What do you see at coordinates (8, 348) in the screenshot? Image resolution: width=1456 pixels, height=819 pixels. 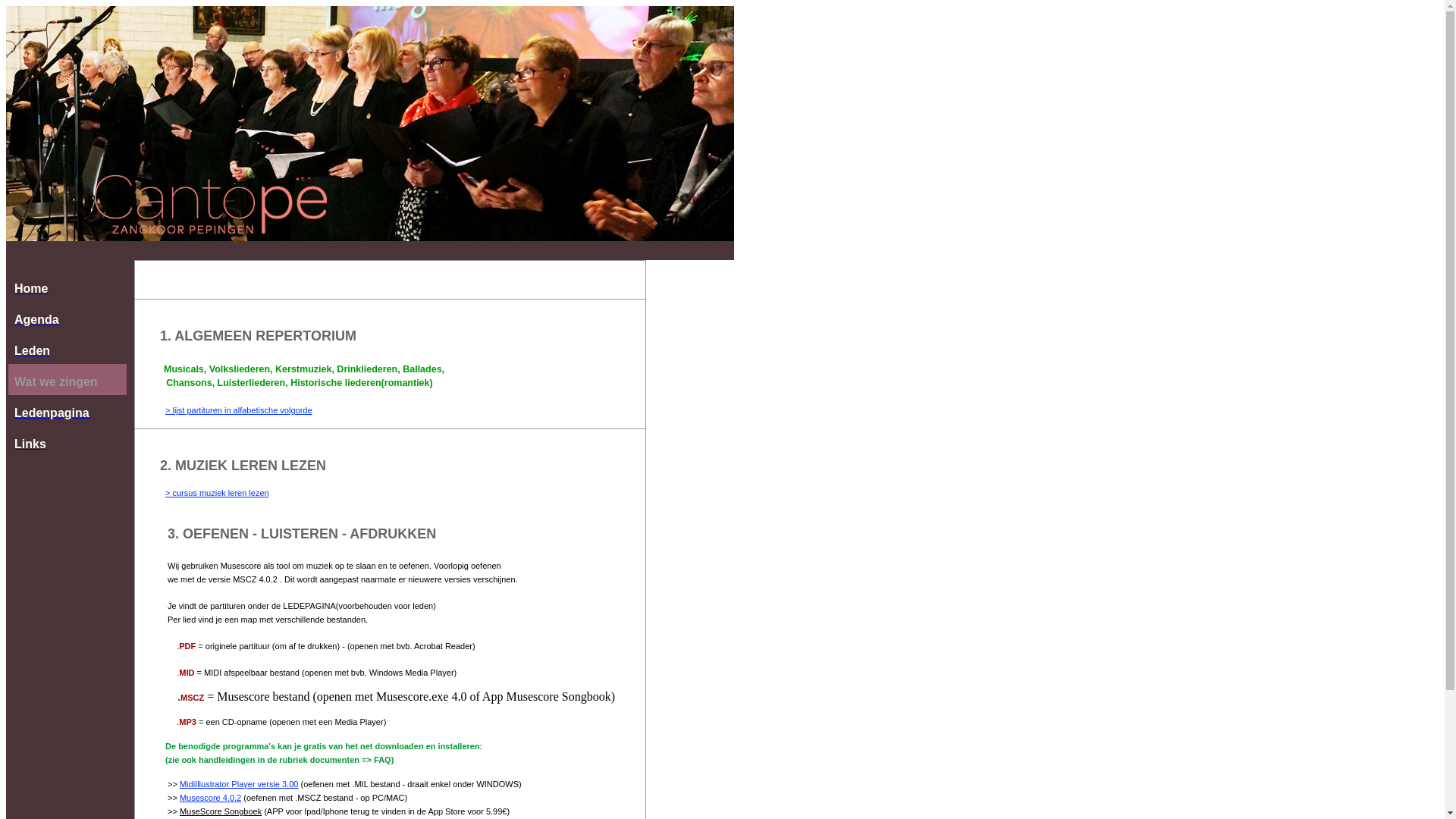 I see `'Leden'` at bounding box center [8, 348].